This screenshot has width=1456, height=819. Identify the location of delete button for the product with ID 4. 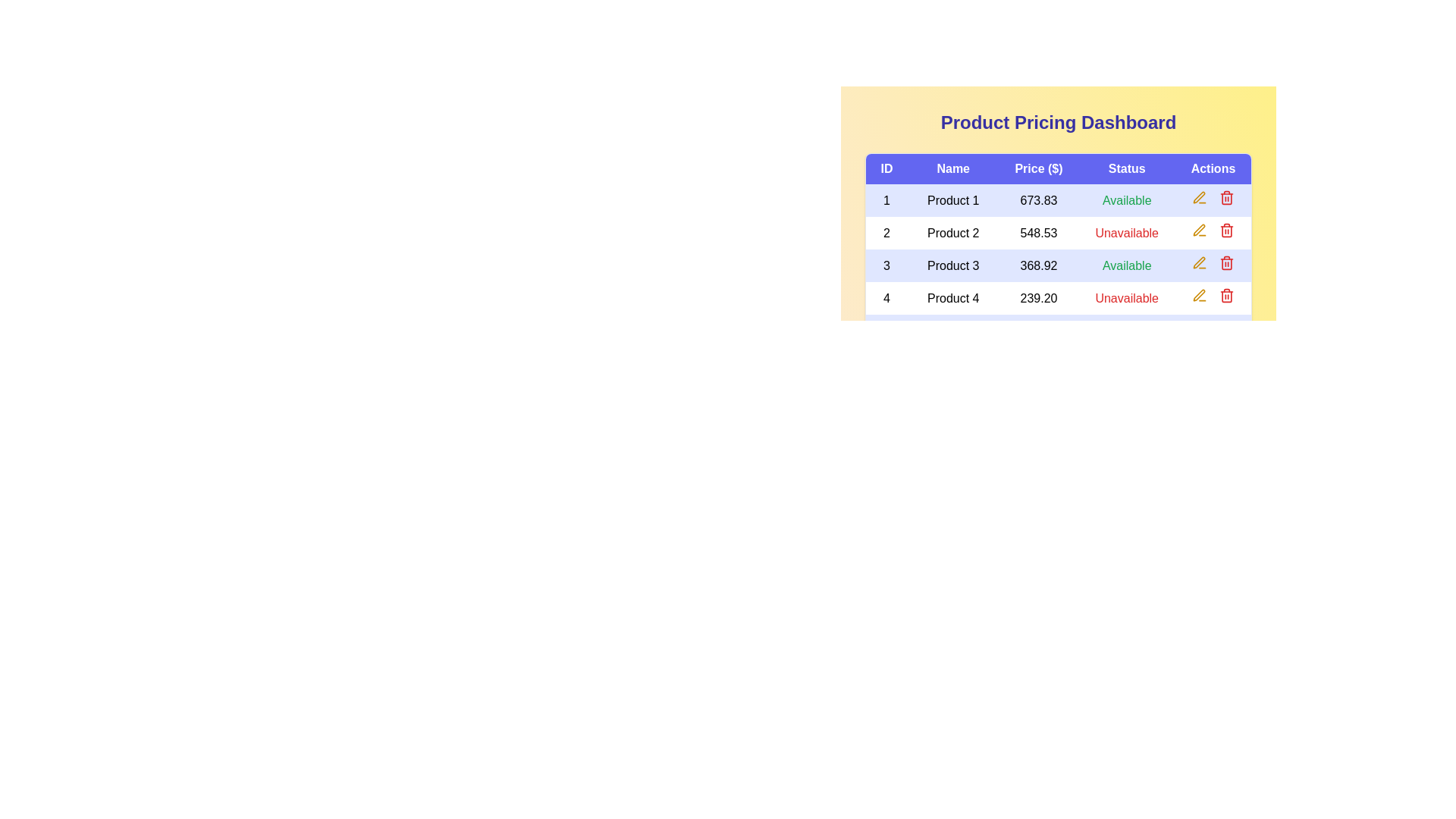
(1226, 295).